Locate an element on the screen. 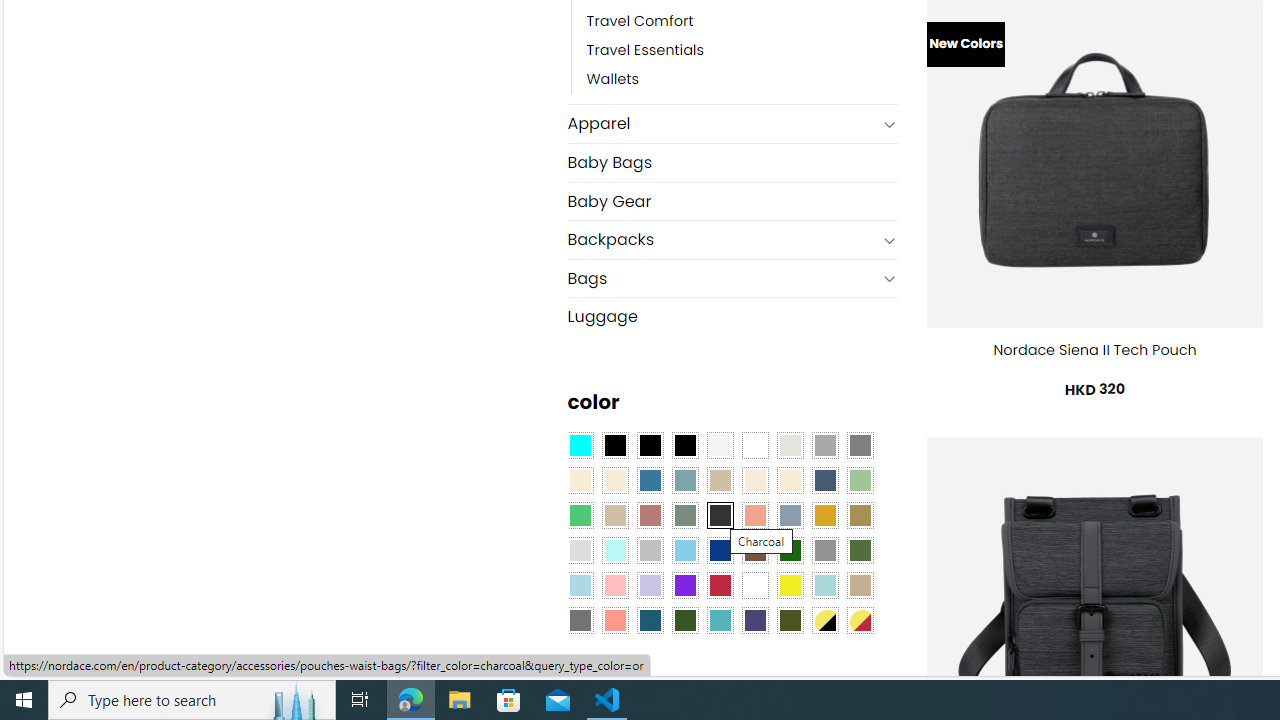 The height and width of the screenshot is (720, 1280). 'Capri Blue' is located at coordinates (650, 618).